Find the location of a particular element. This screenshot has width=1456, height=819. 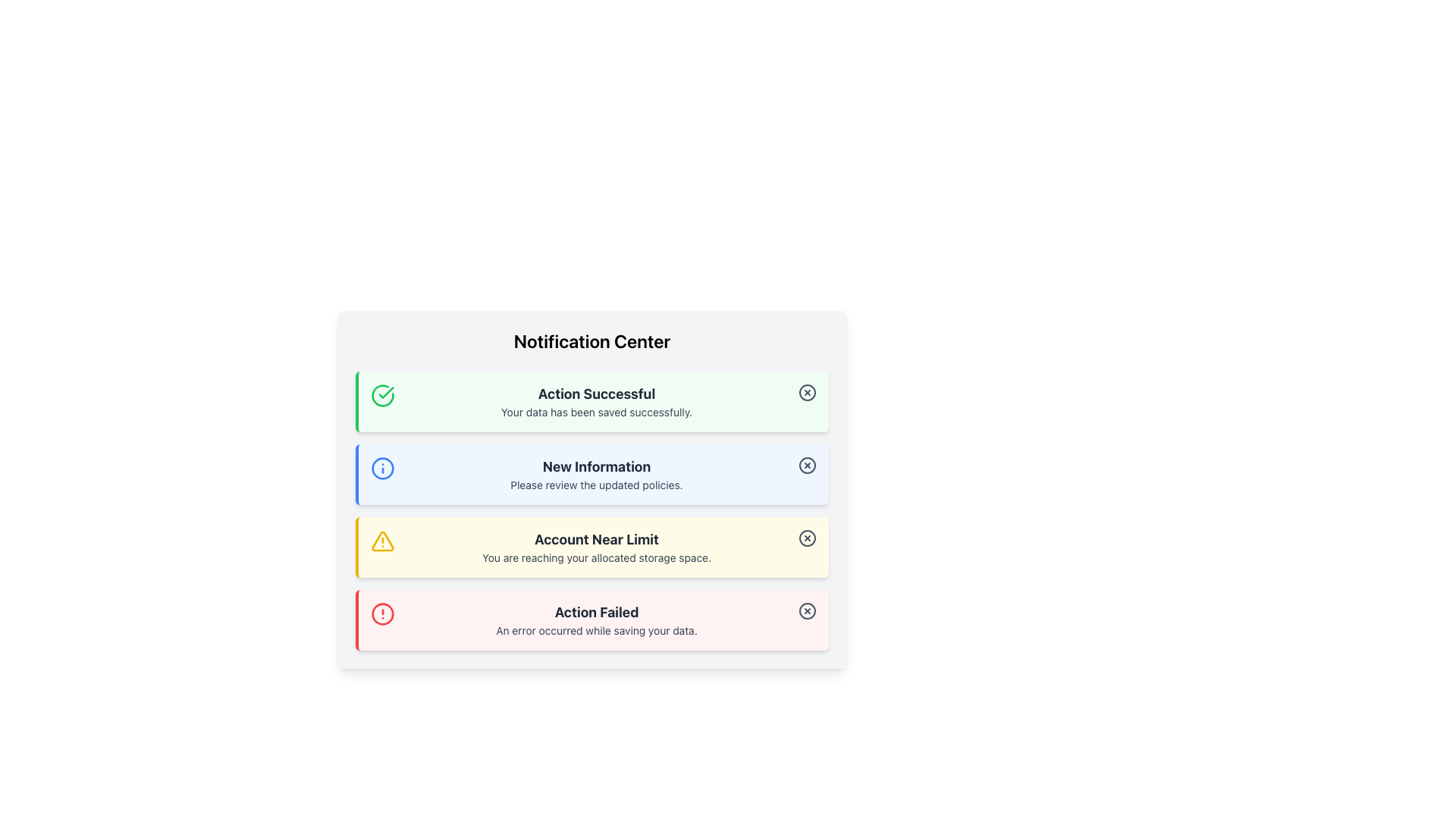

the success confirmation message text located beneath the bold heading 'Action Successful' in the notification panel is located at coordinates (596, 412).